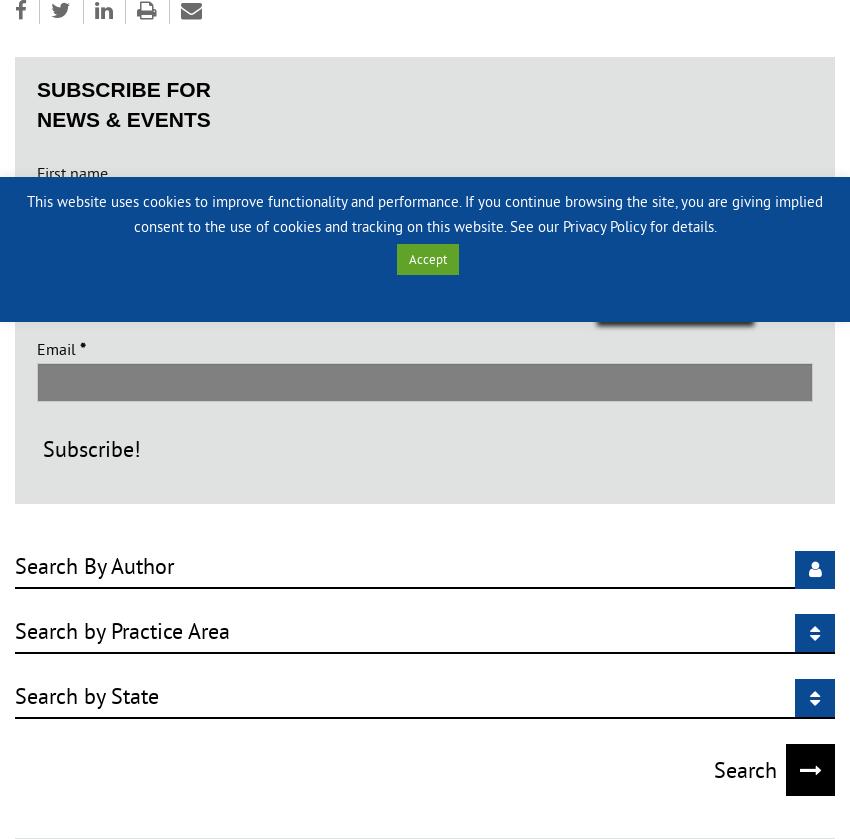 The height and width of the screenshot is (839, 850). What do you see at coordinates (13, 630) in the screenshot?
I see `'Search by Practice Area'` at bounding box center [13, 630].